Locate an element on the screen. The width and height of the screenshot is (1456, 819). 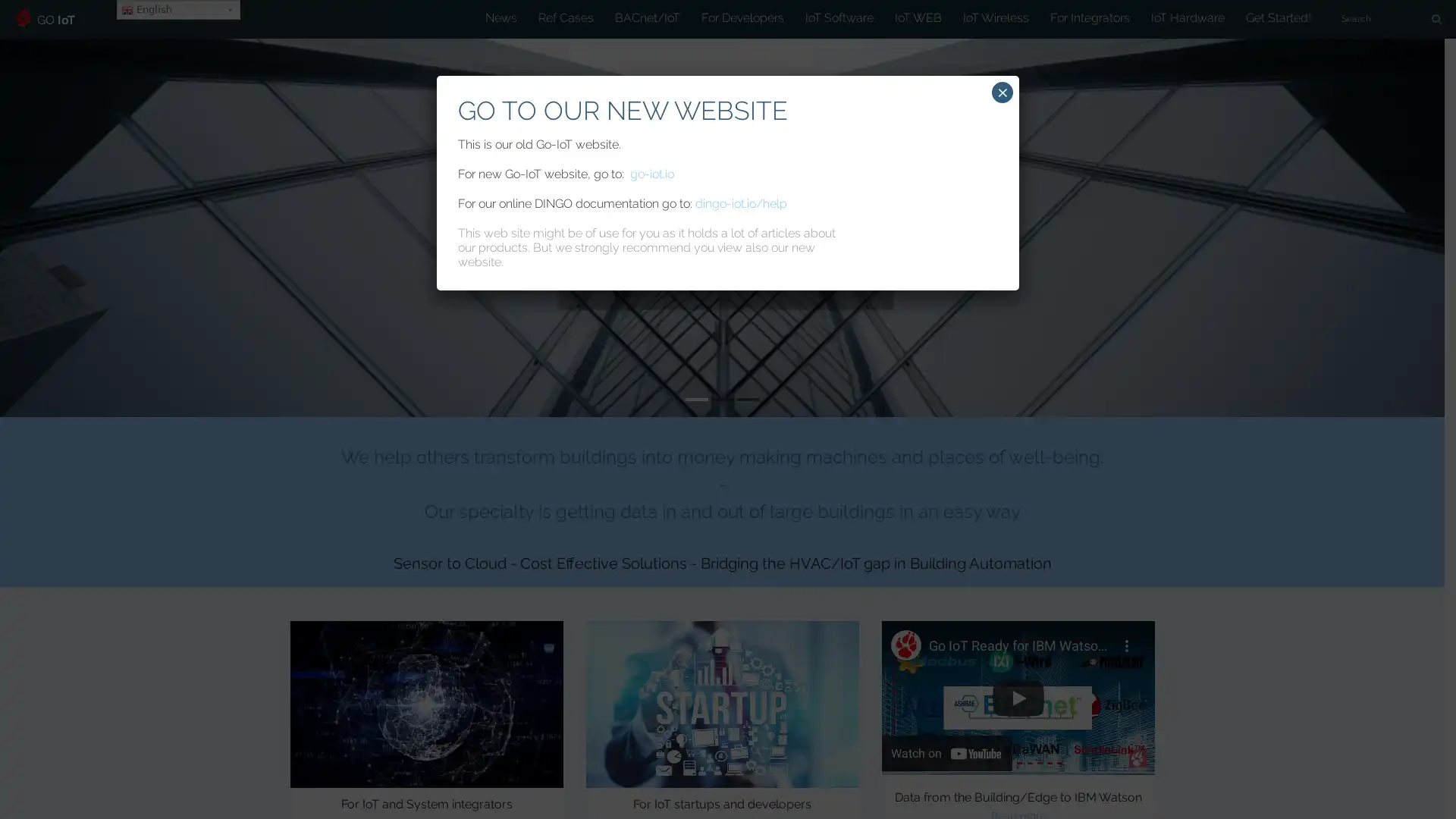
Close is located at coordinates (1002, 93).